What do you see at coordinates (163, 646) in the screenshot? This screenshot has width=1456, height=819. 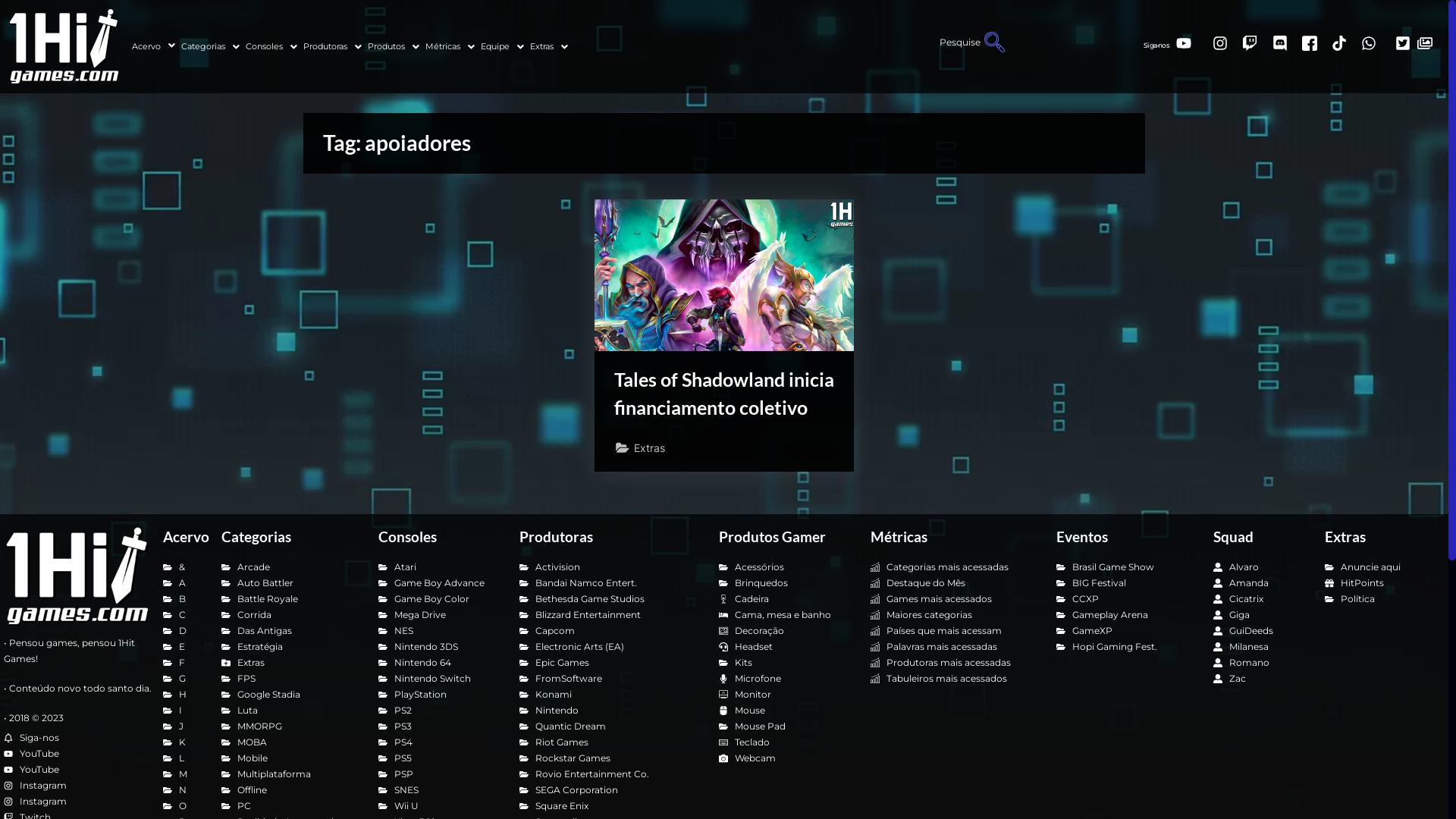 I see `'E'` at bounding box center [163, 646].